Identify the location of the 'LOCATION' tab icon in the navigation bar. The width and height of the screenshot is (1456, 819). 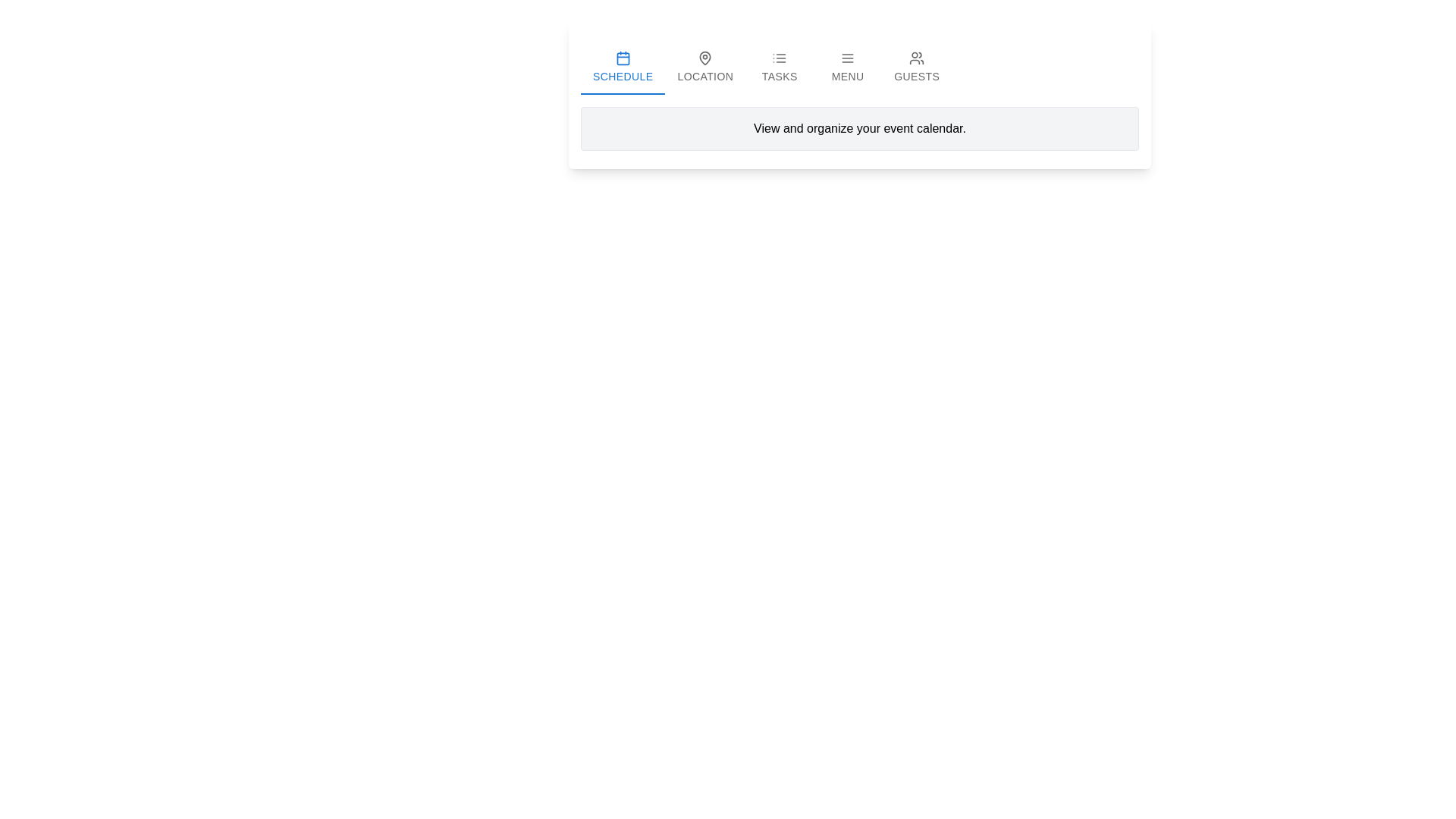
(704, 58).